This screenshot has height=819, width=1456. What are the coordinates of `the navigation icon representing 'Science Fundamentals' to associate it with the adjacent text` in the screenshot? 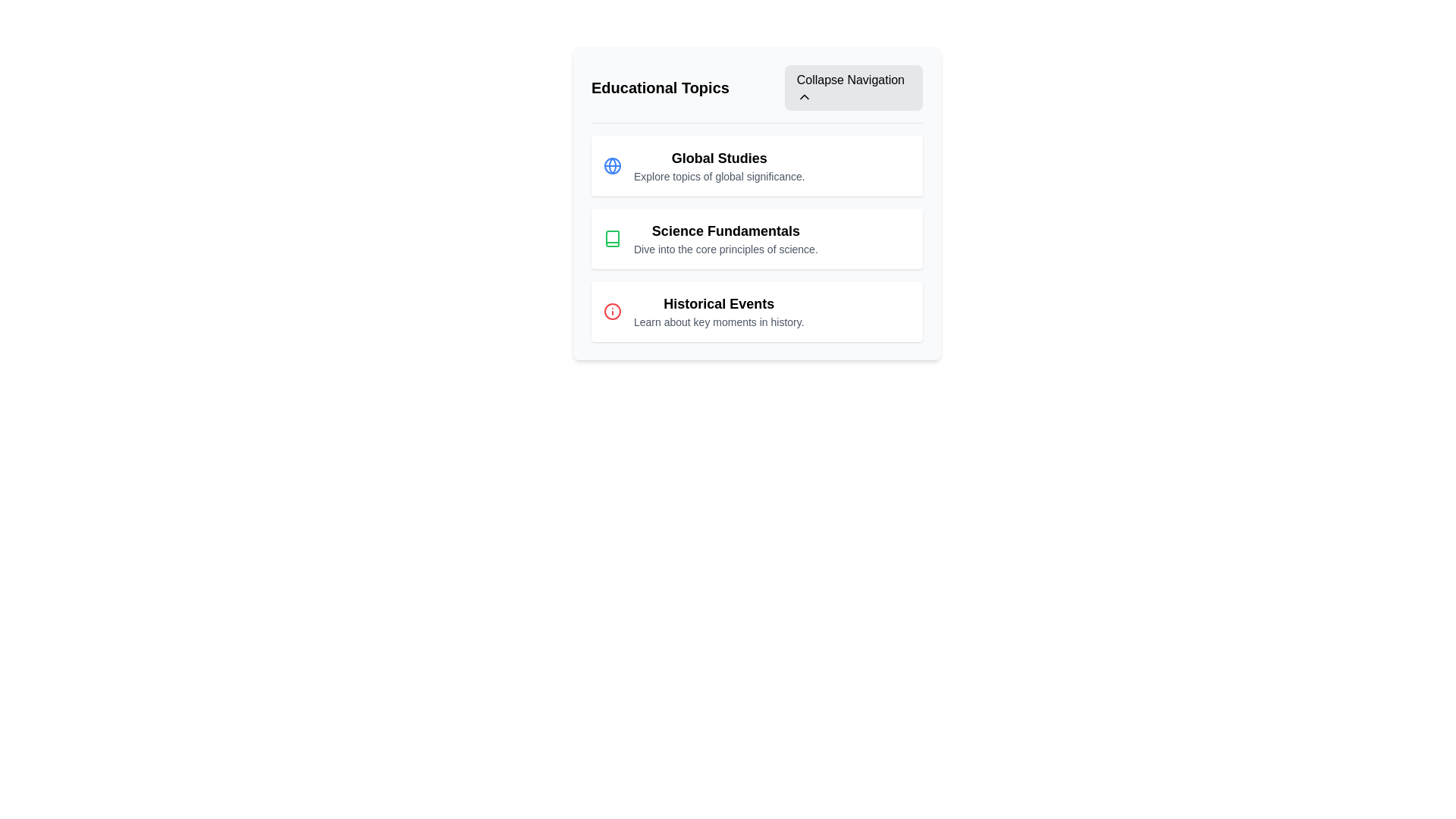 It's located at (612, 239).